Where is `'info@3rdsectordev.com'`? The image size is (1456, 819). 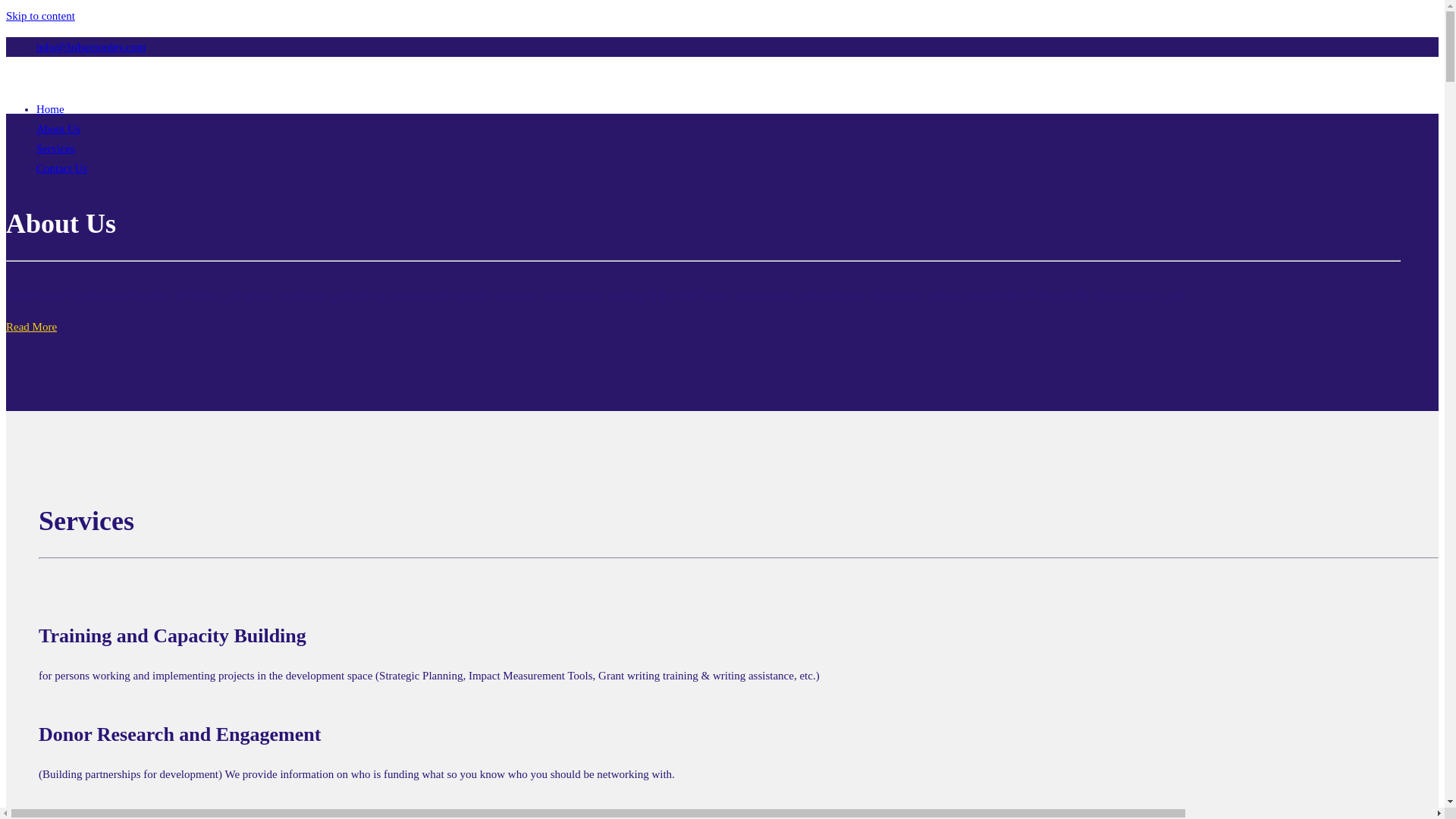
'info@3rdsectordev.com' is located at coordinates (90, 45).